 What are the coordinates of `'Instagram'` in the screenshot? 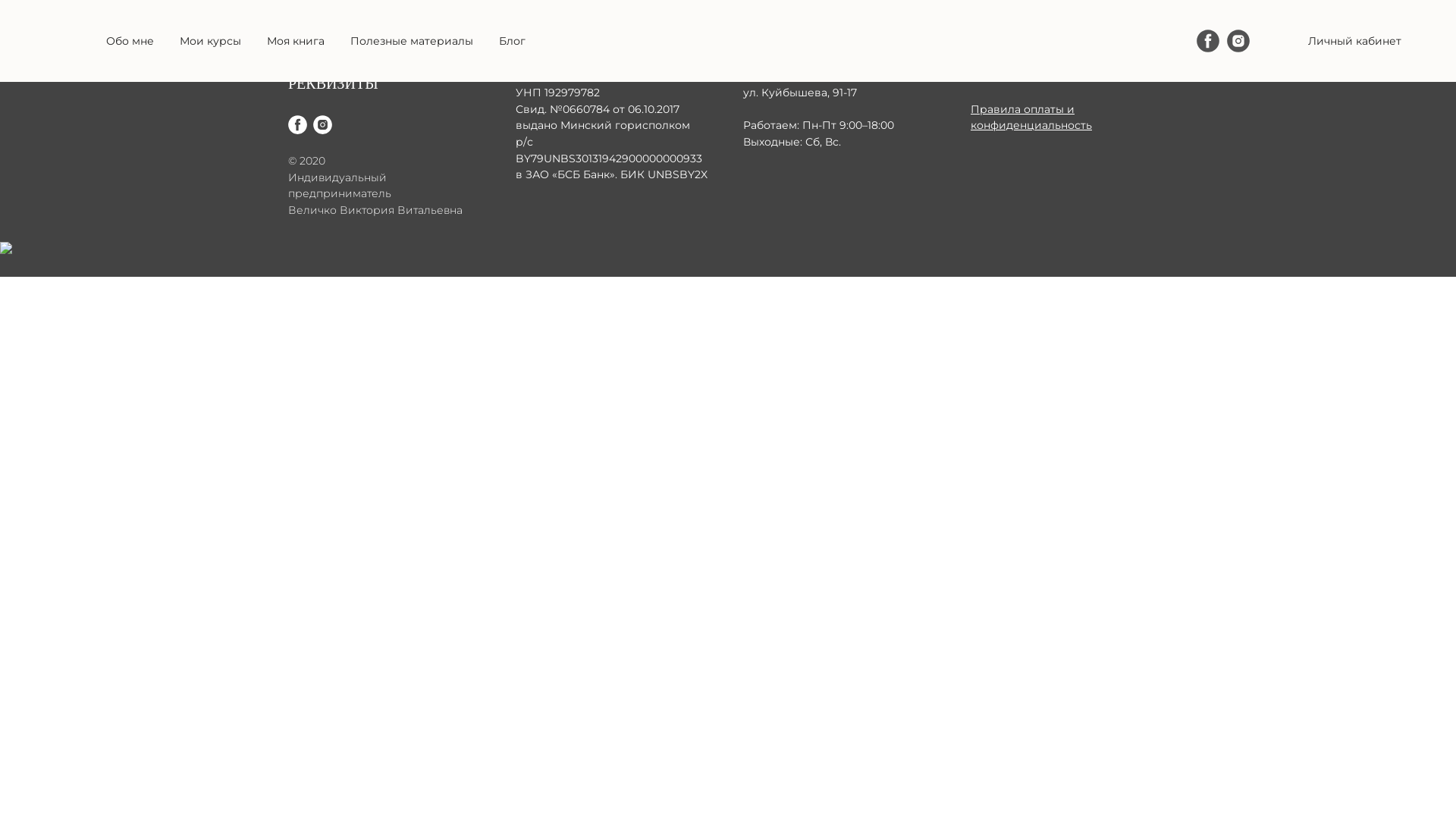 It's located at (1250, 37).